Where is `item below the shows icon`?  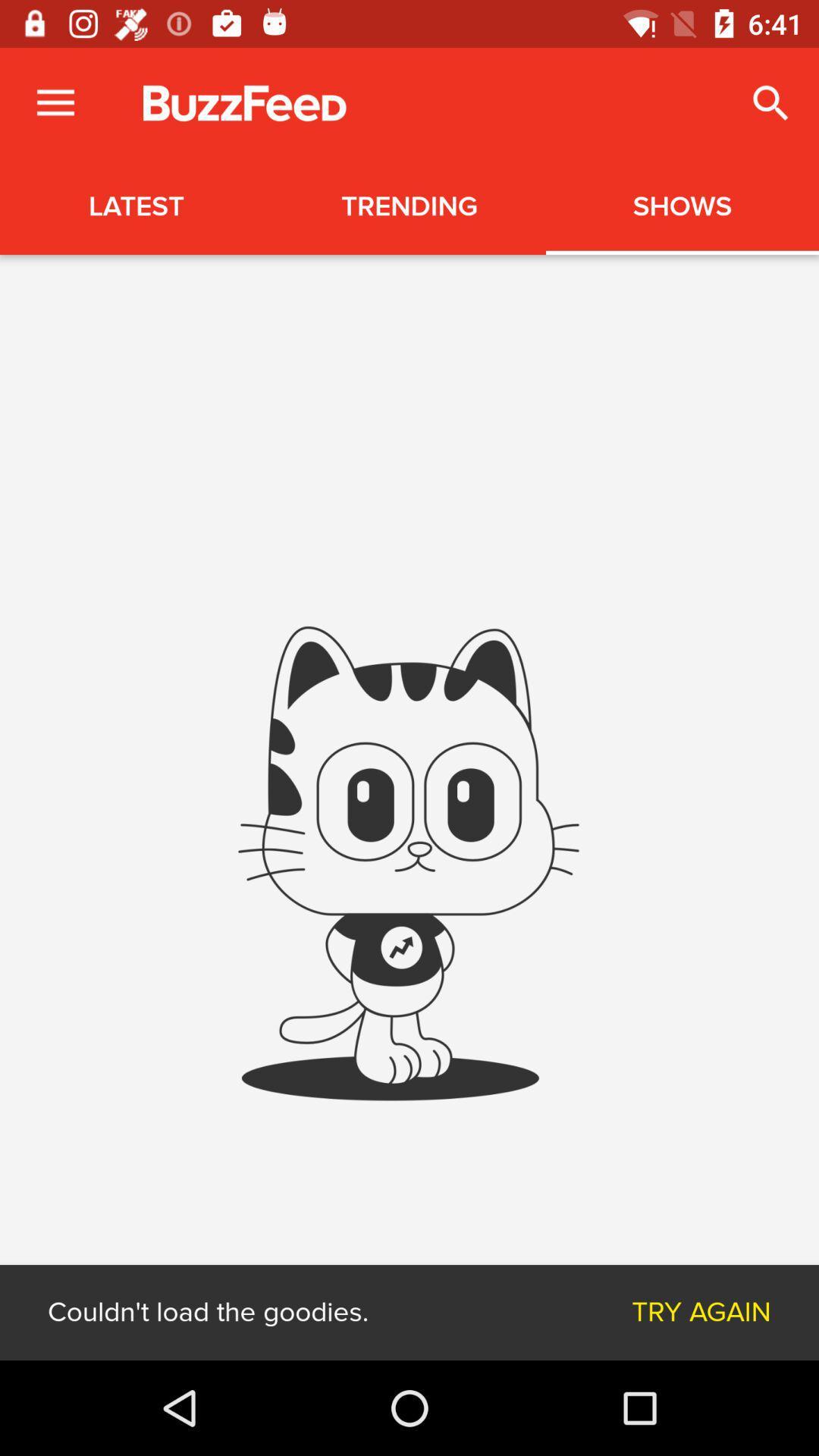 item below the shows icon is located at coordinates (701, 1312).